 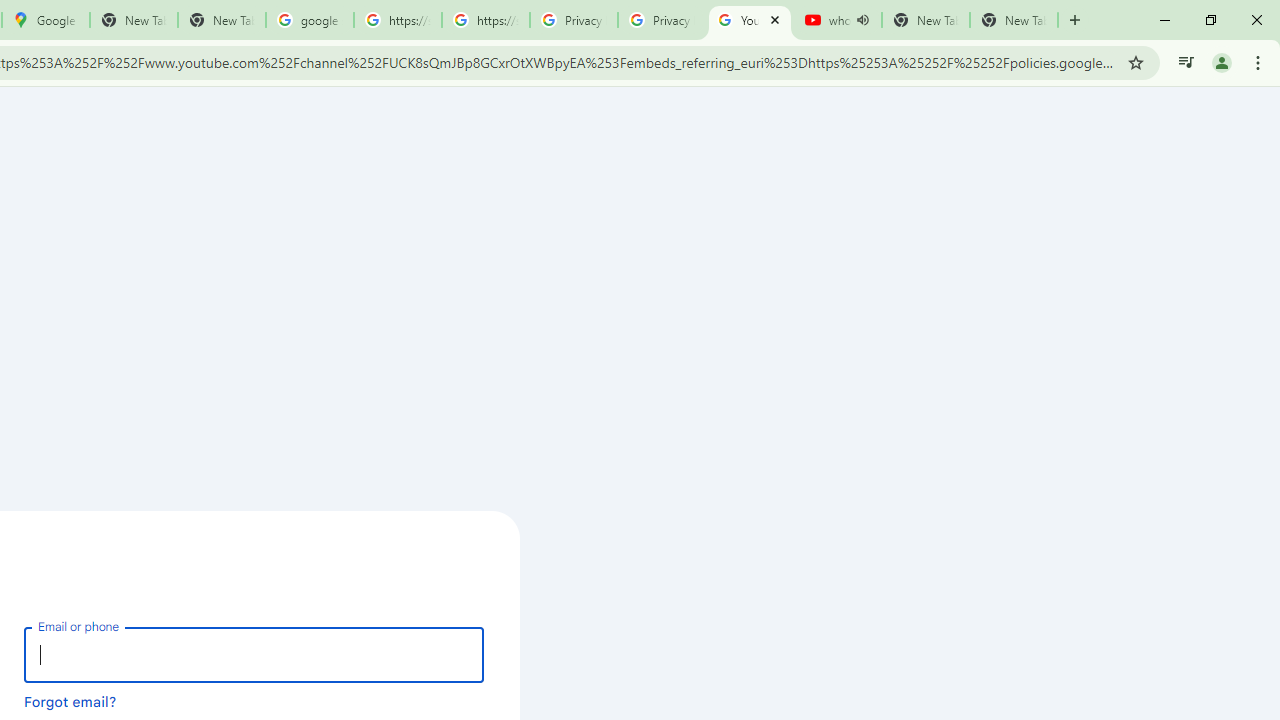 I want to click on 'Email or phone', so click(x=253, y=654).